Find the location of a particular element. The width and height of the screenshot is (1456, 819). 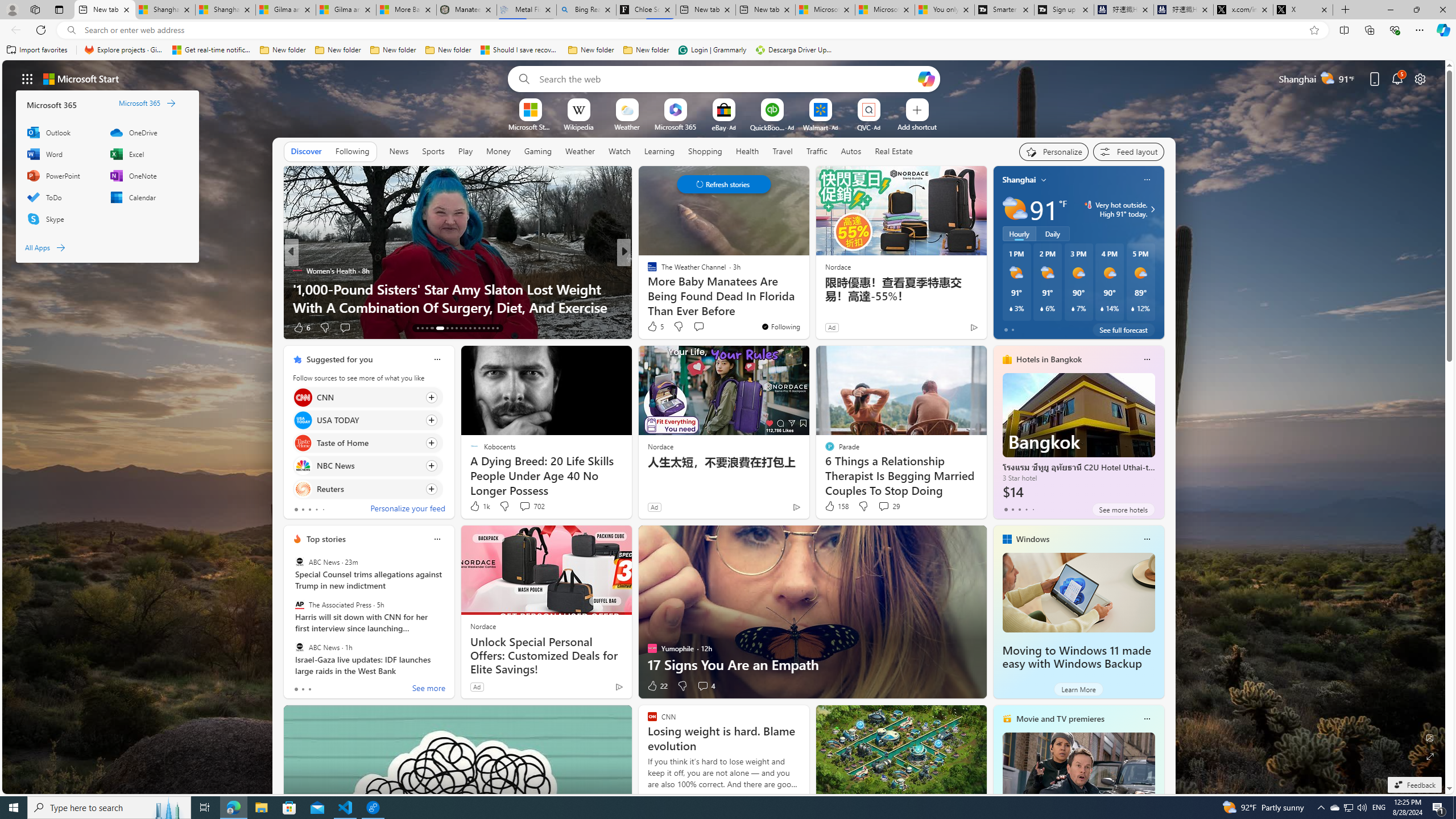

'OneNote' is located at coordinates (146, 175).